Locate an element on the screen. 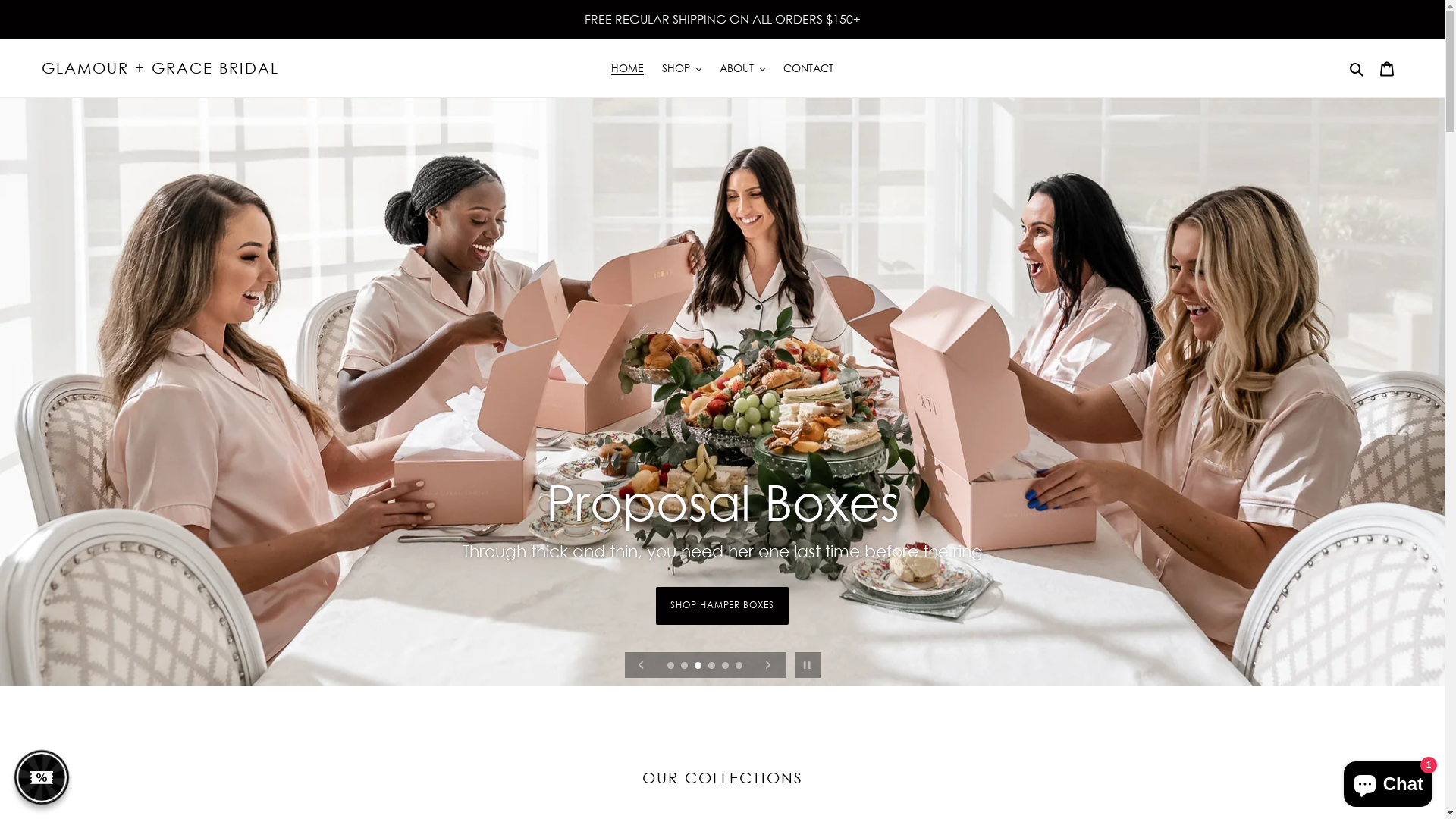 The width and height of the screenshot is (1456, 819). 'CONTACT' is located at coordinates (807, 67).